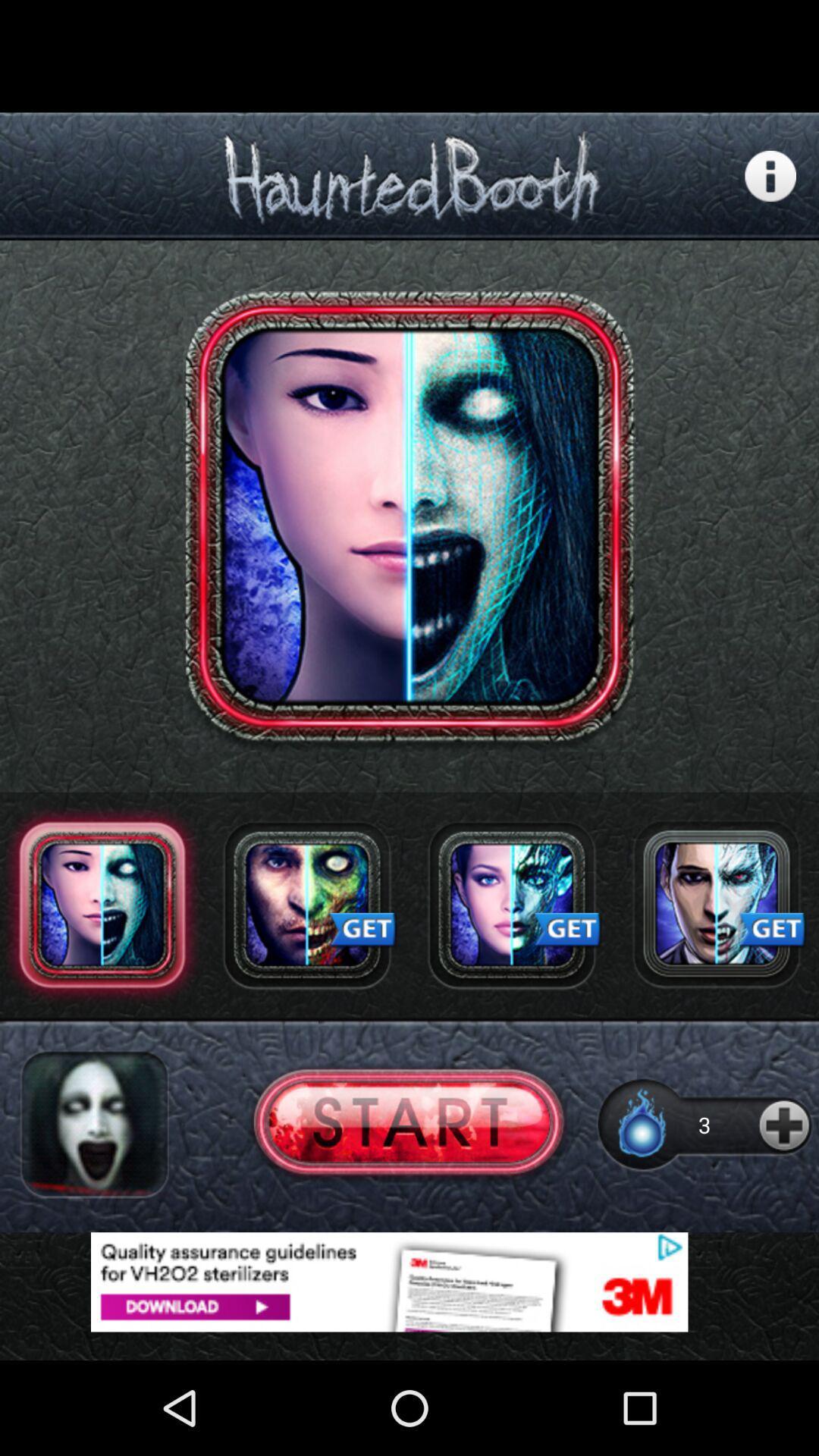 The height and width of the screenshot is (1456, 819). What do you see at coordinates (408, 1125) in the screenshot?
I see `start meshing photos` at bounding box center [408, 1125].